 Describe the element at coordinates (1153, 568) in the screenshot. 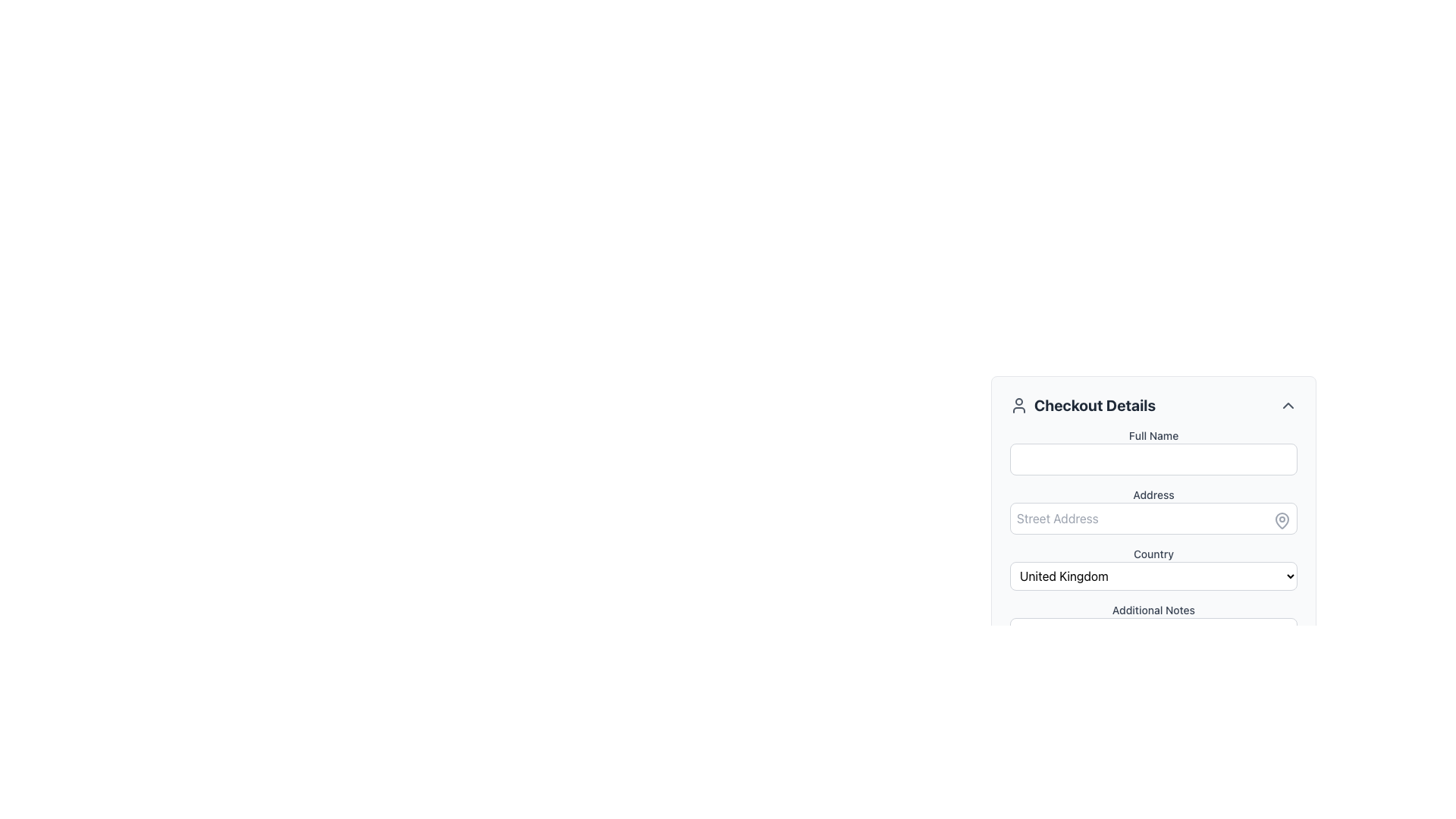

I see `the down arrow of the dropdown menu labeled 'Country'` at that location.